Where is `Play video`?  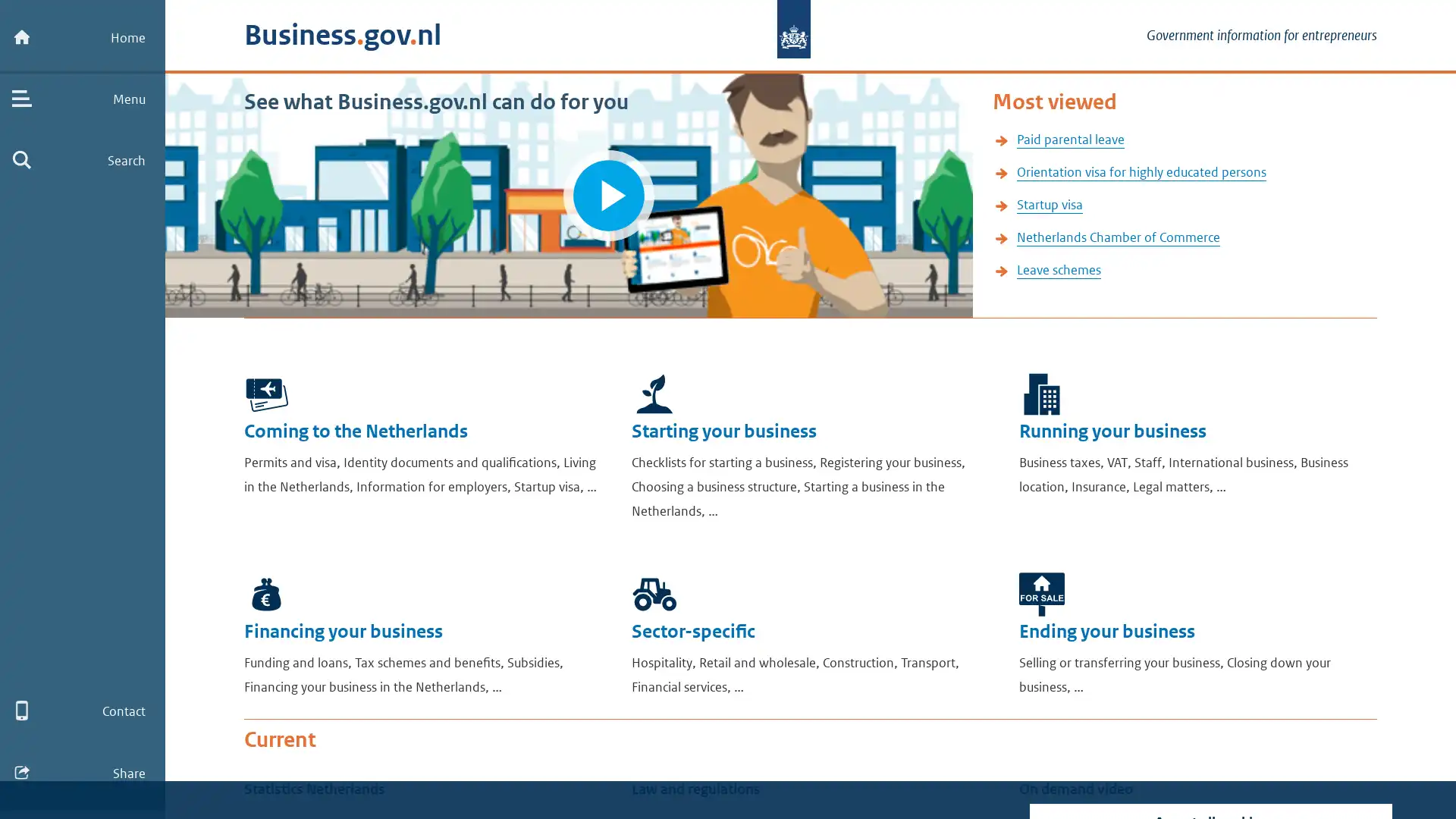
Play video is located at coordinates (607, 195).